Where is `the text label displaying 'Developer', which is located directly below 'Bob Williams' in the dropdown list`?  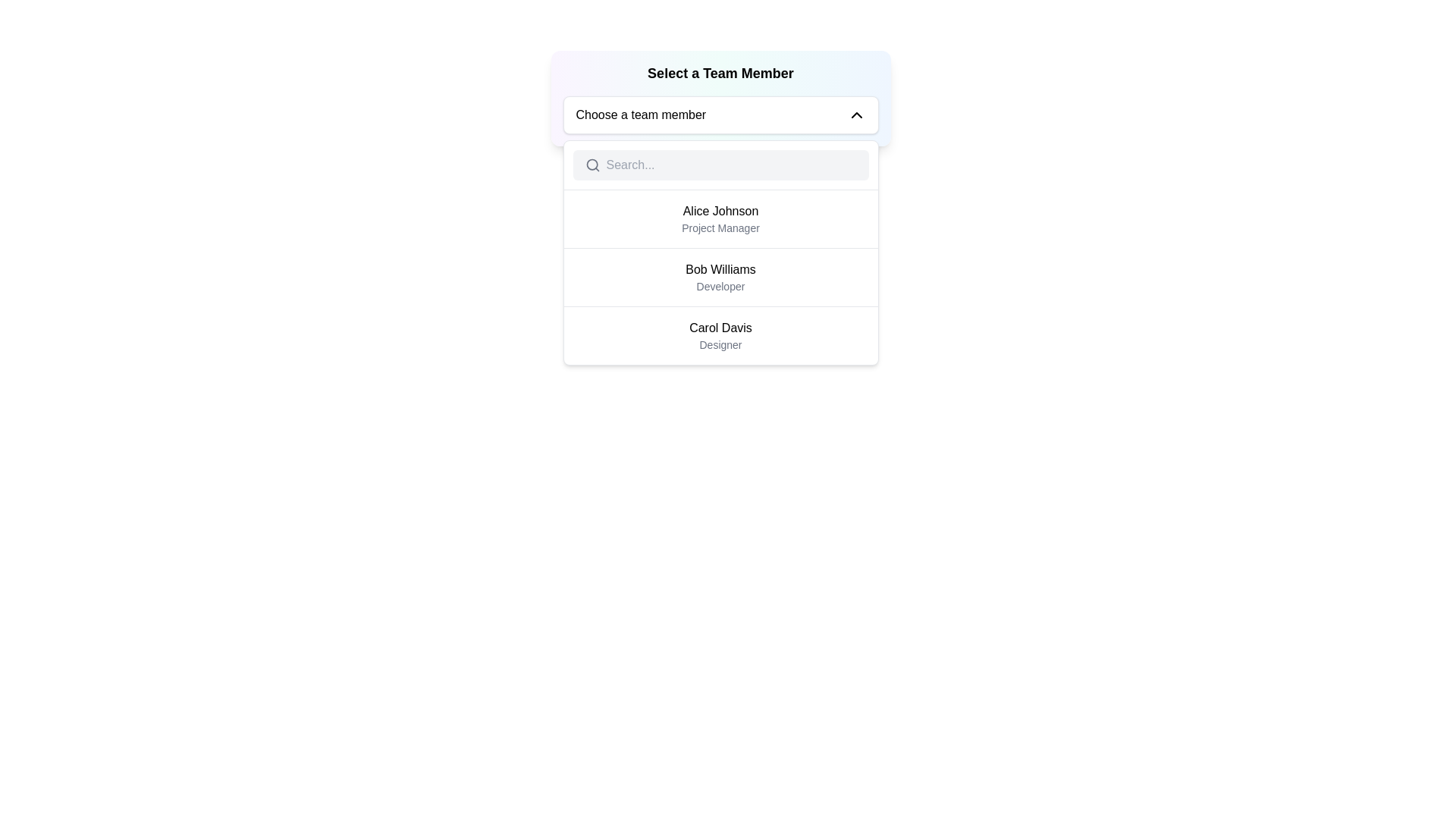 the text label displaying 'Developer', which is located directly below 'Bob Williams' in the dropdown list is located at coordinates (720, 287).